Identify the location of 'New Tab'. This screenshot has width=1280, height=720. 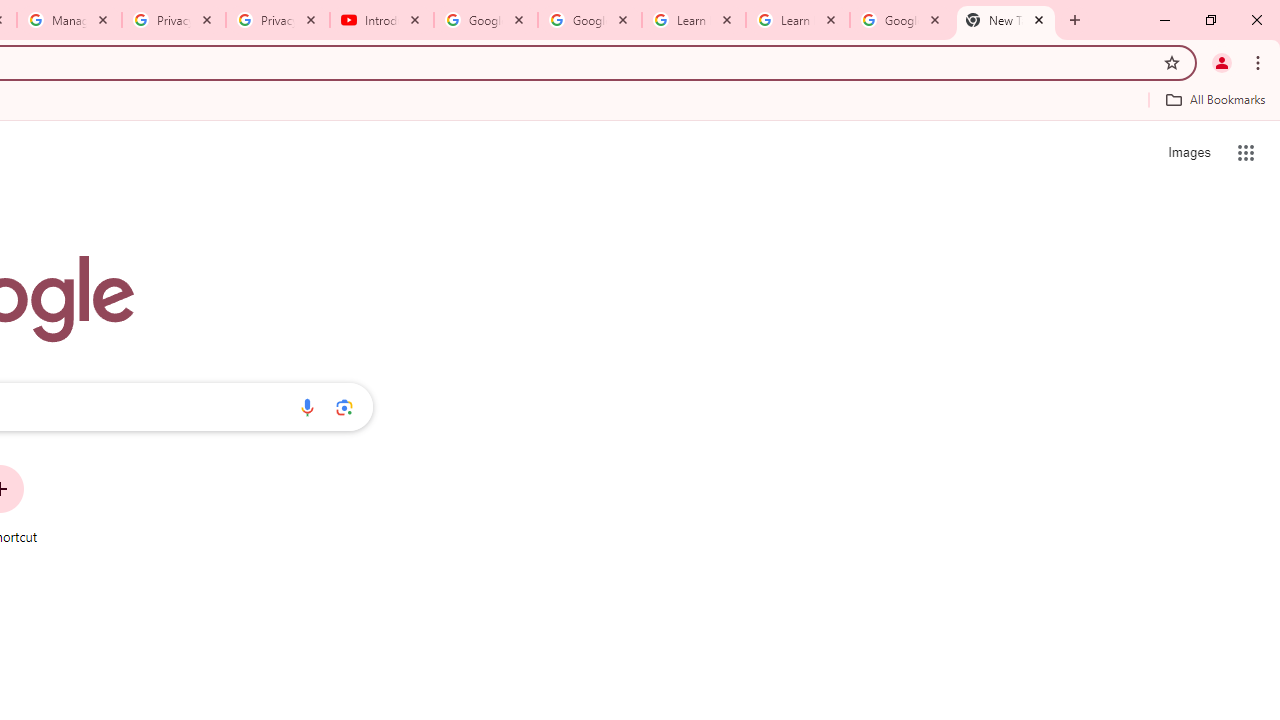
(1006, 20).